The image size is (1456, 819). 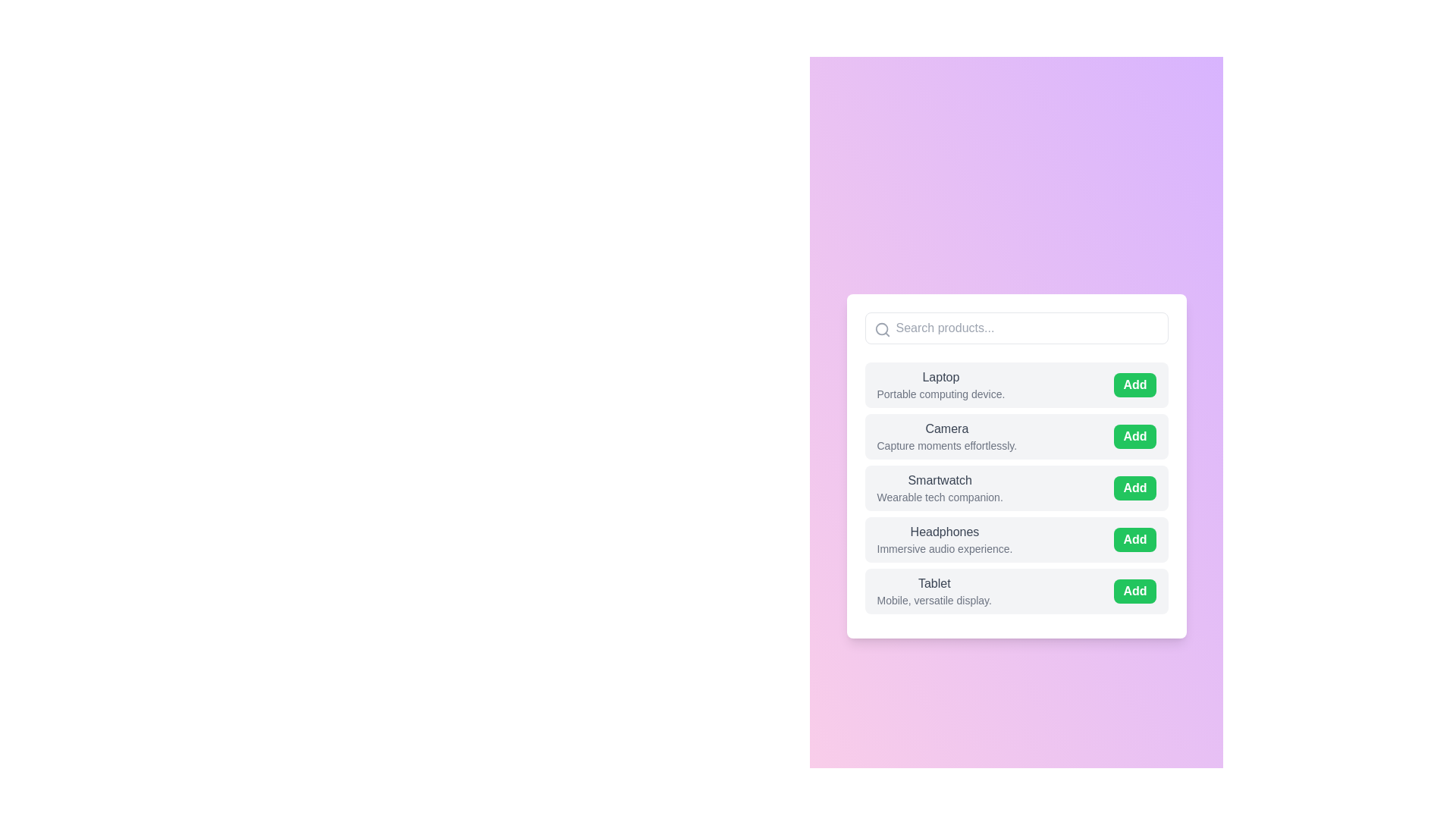 I want to click on the information provided by the text label that describes the product 'Headphones', located below the product title in the fourth item of the content listing, so click(x=944, y=549).